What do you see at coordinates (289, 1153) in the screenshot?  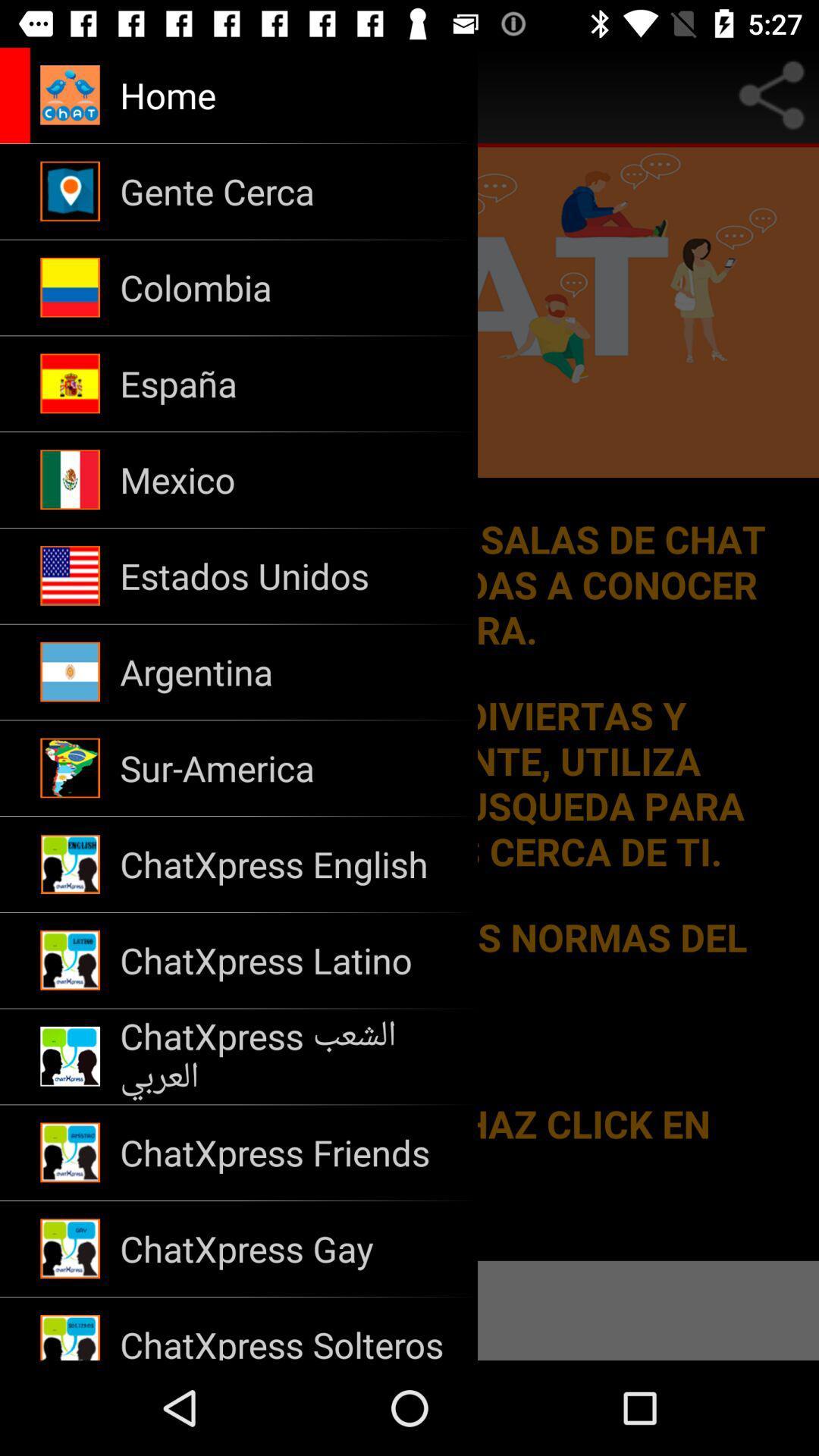 I see `icon above chatxpress gay item` at bounding box center [289, 1153].